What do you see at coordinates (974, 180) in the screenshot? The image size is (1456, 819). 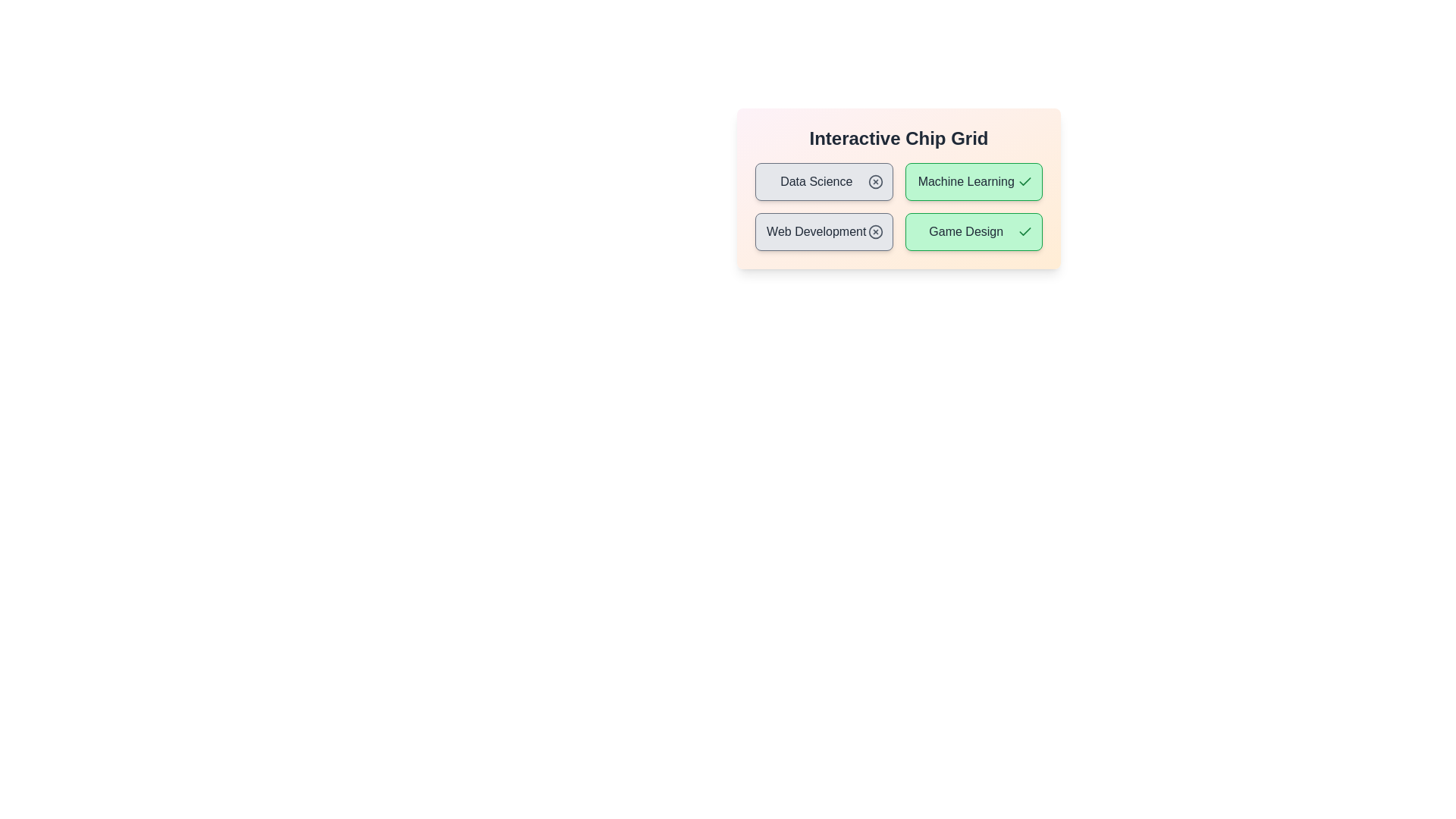 I see `the chip labeled Machine Learning to toggle its activation state` at bounding box center [974, 180].